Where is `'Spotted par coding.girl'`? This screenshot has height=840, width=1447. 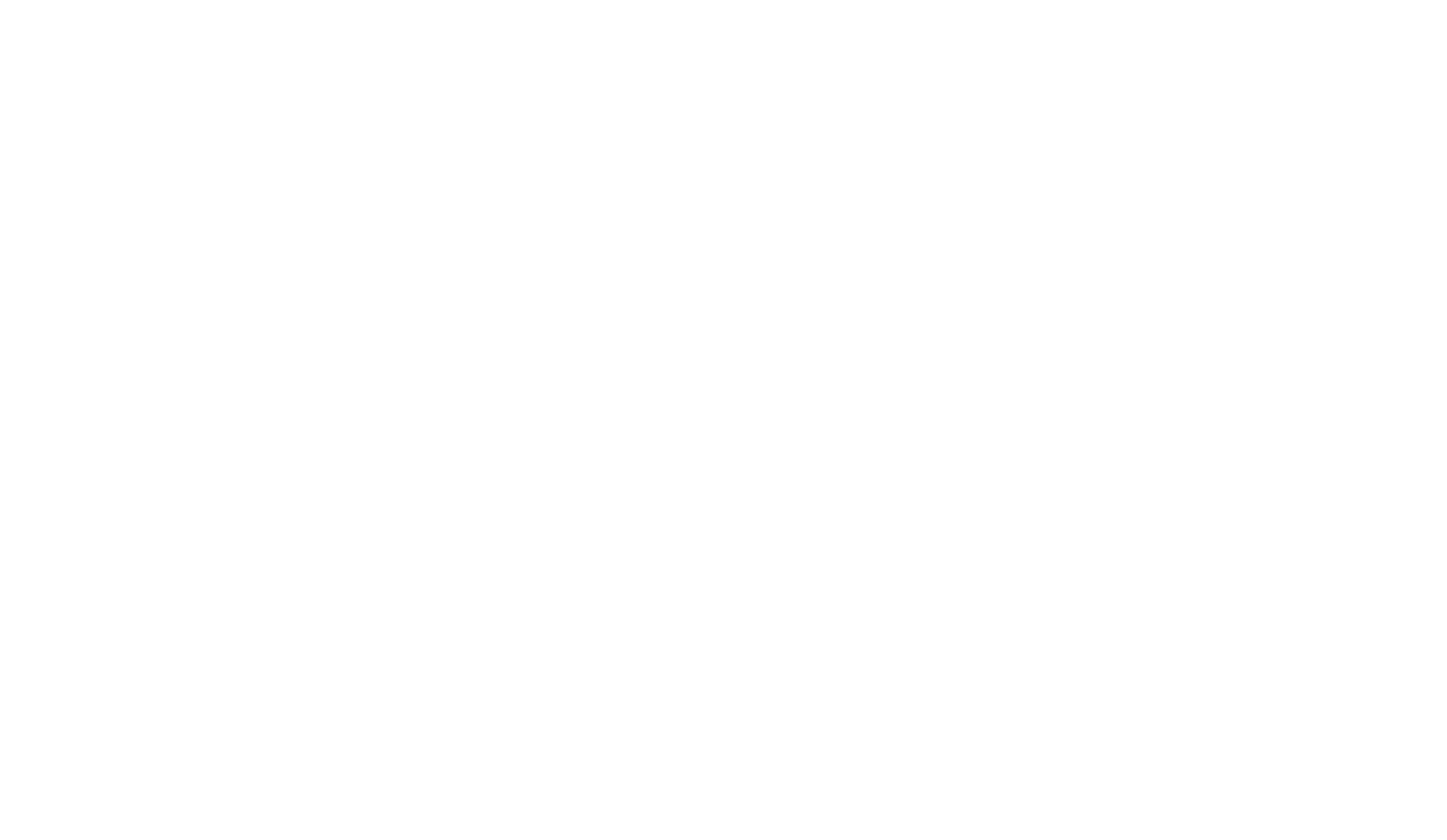
'Spotted par coding.girl' is located at coordinates (346, 465).